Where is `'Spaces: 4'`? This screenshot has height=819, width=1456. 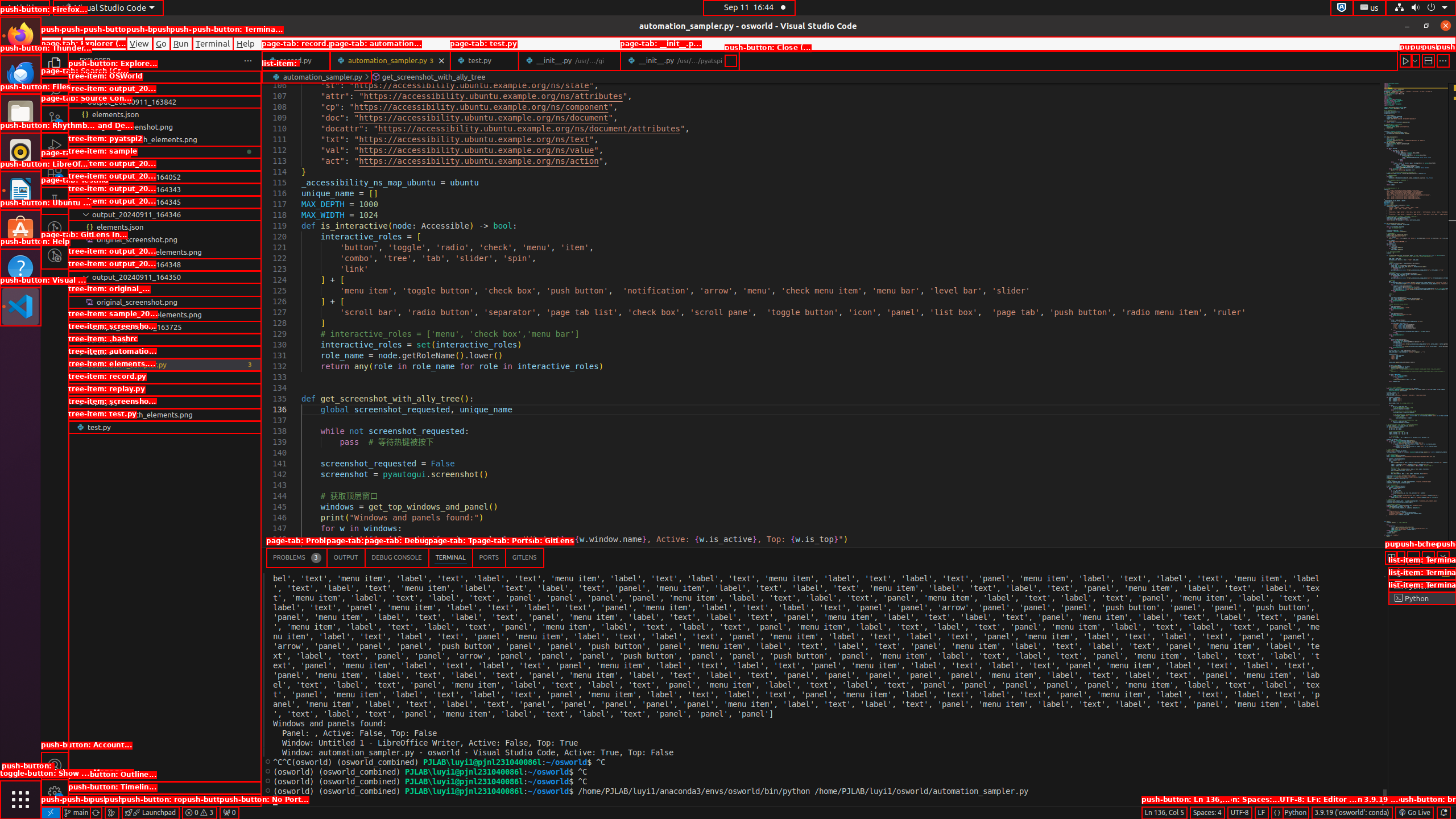
'Spaces: 4' is located at coordinates (1206, 812).